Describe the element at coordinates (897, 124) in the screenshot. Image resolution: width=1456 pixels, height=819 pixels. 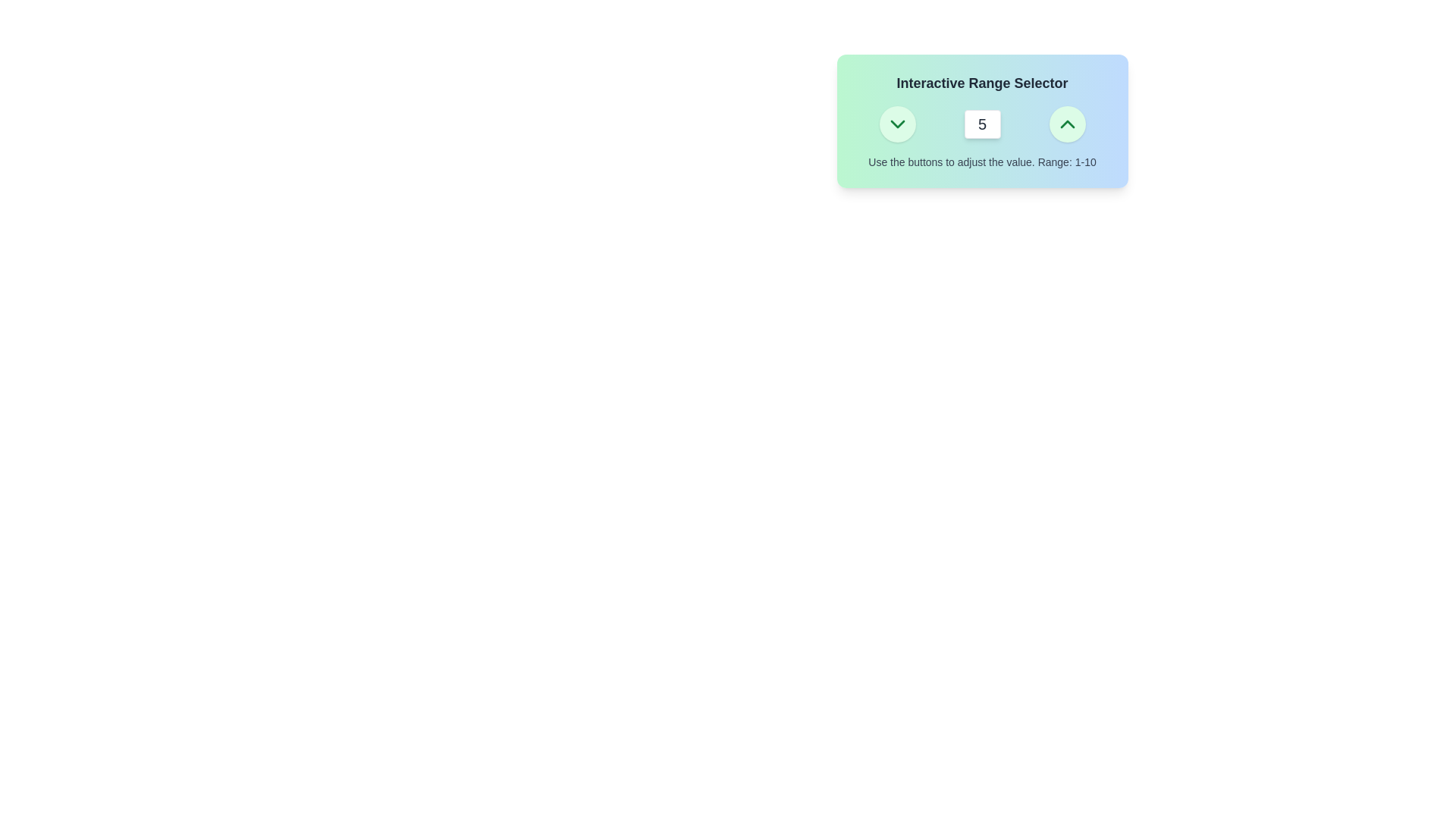
I see `the green chevron icon` at that location.